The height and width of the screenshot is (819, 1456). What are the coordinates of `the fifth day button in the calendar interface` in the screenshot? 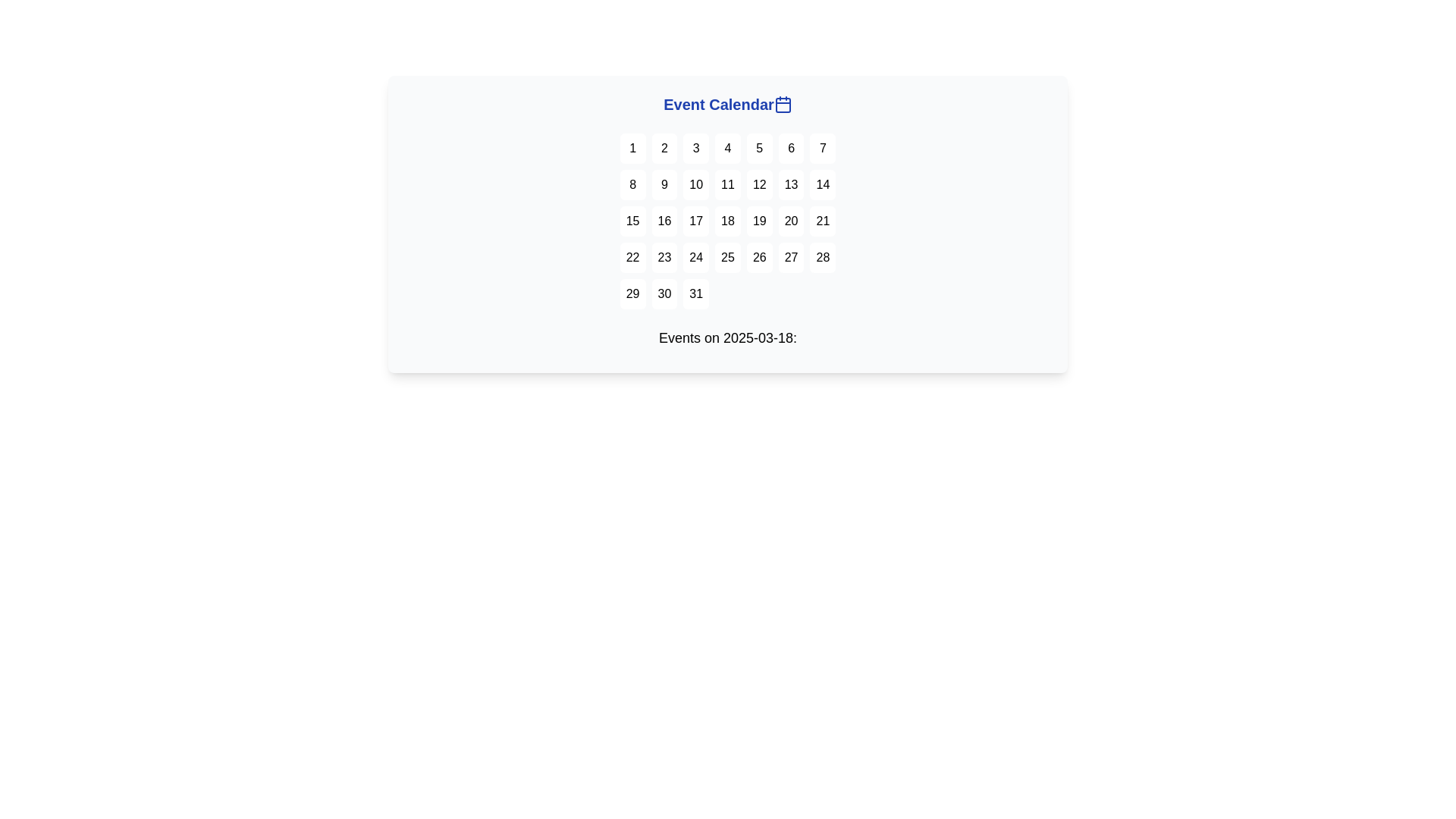 It's located at (759, 149).